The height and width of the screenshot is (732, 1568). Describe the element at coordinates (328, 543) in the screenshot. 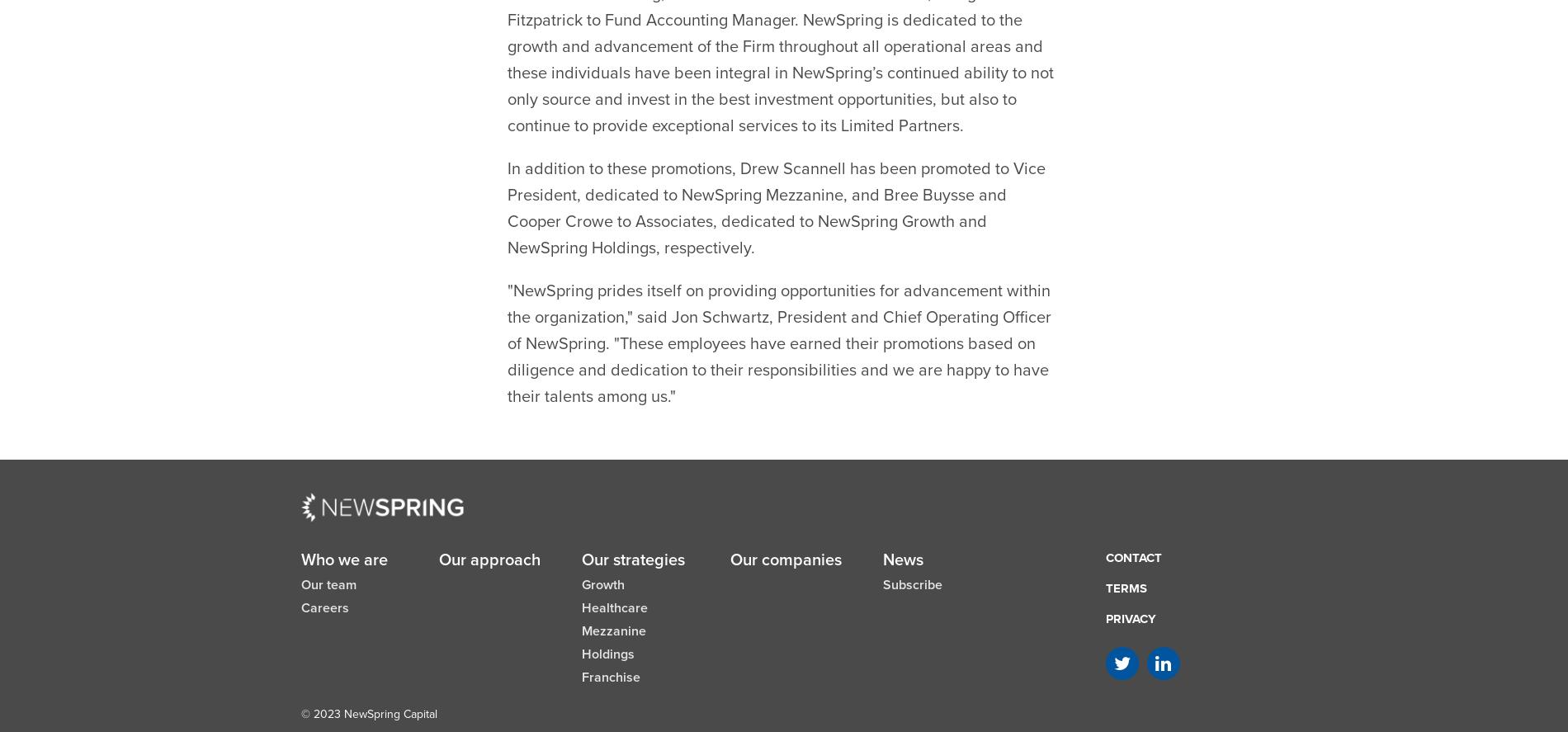

I see `'Our team'` at that location.